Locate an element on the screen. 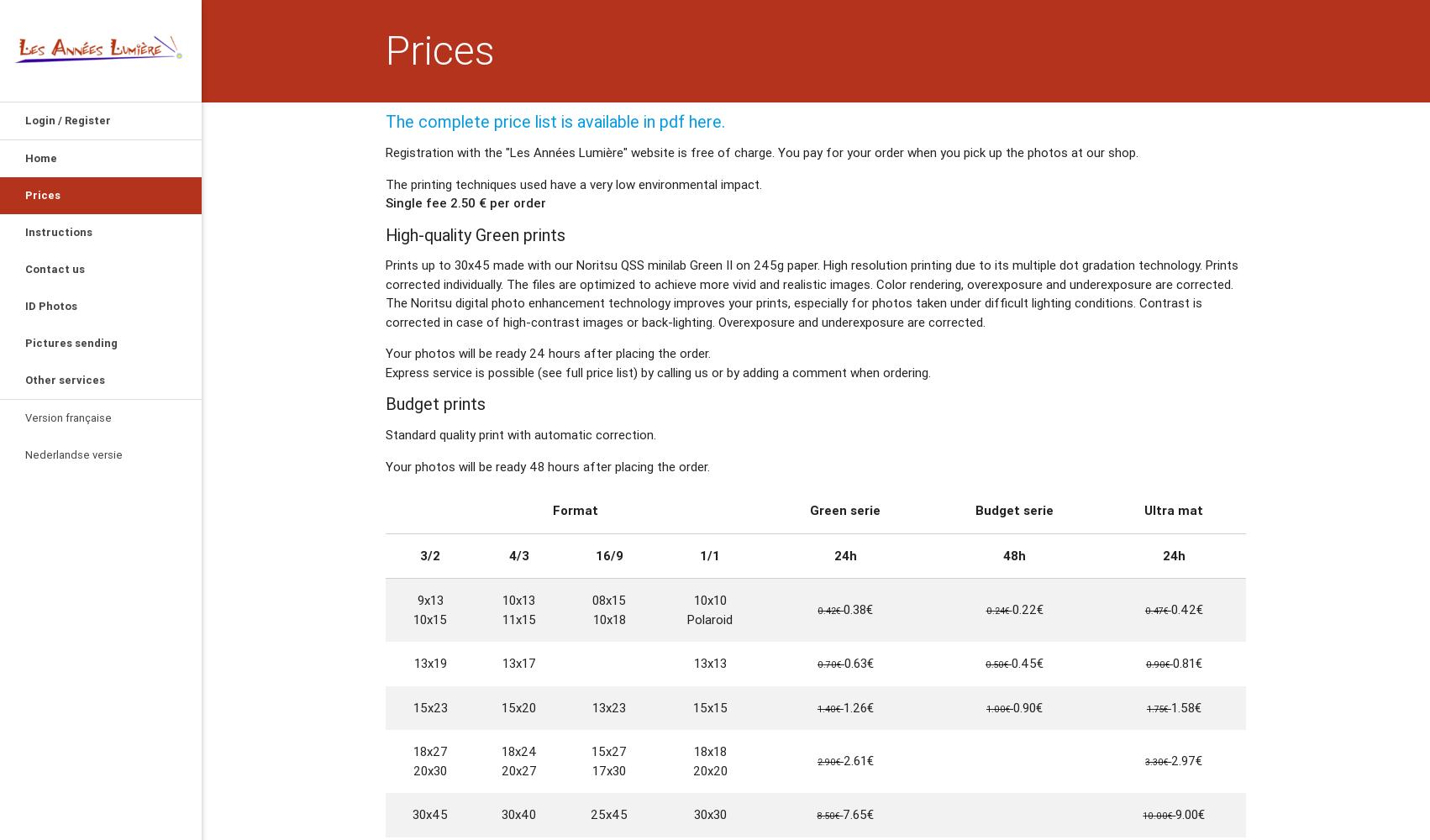  'Budget serie' is located at coordinates (1014, 509).